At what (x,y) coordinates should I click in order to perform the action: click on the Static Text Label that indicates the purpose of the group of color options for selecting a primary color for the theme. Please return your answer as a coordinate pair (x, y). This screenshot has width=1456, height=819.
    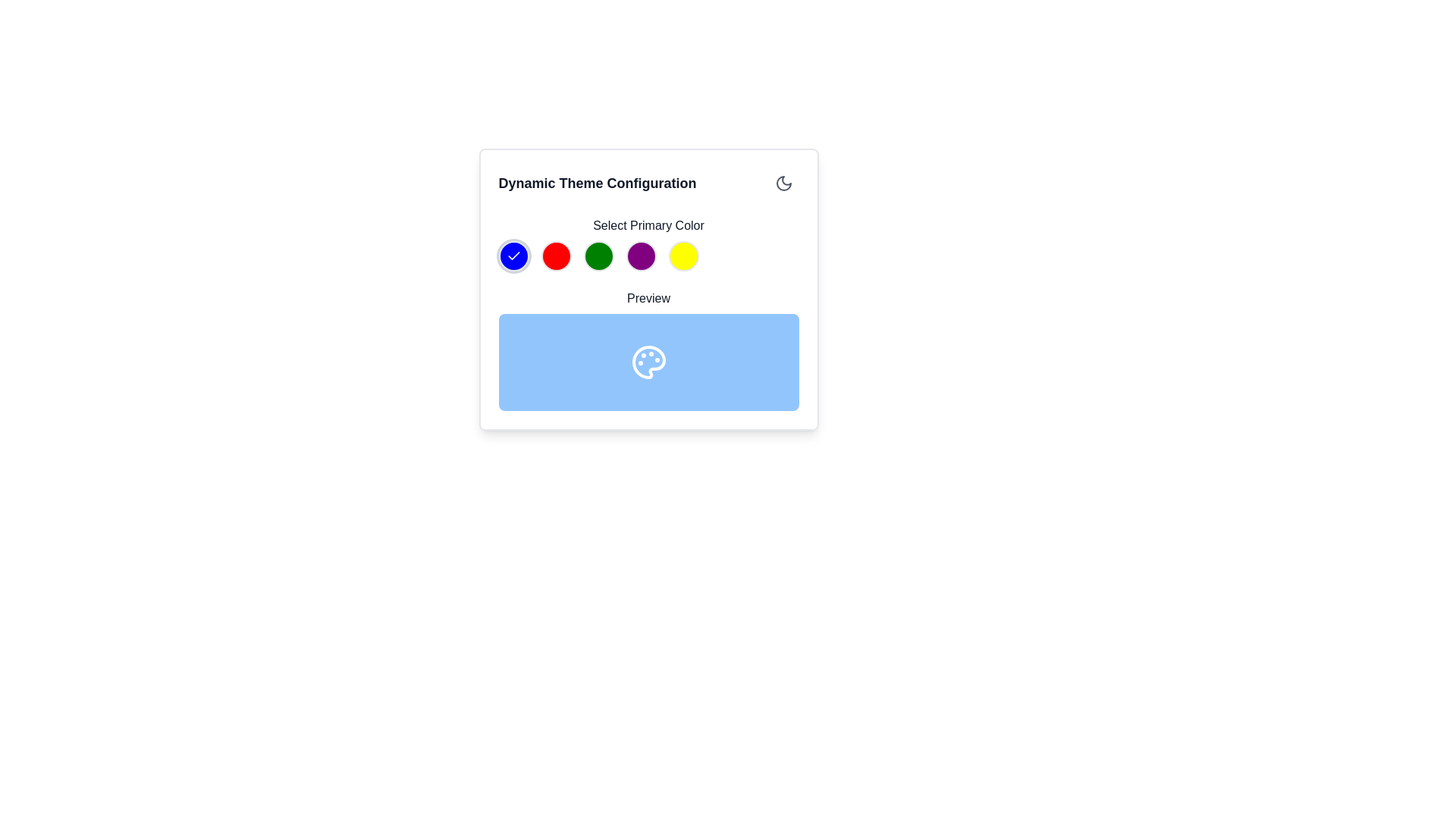
    Looking at the image, I should click on (648, 225).